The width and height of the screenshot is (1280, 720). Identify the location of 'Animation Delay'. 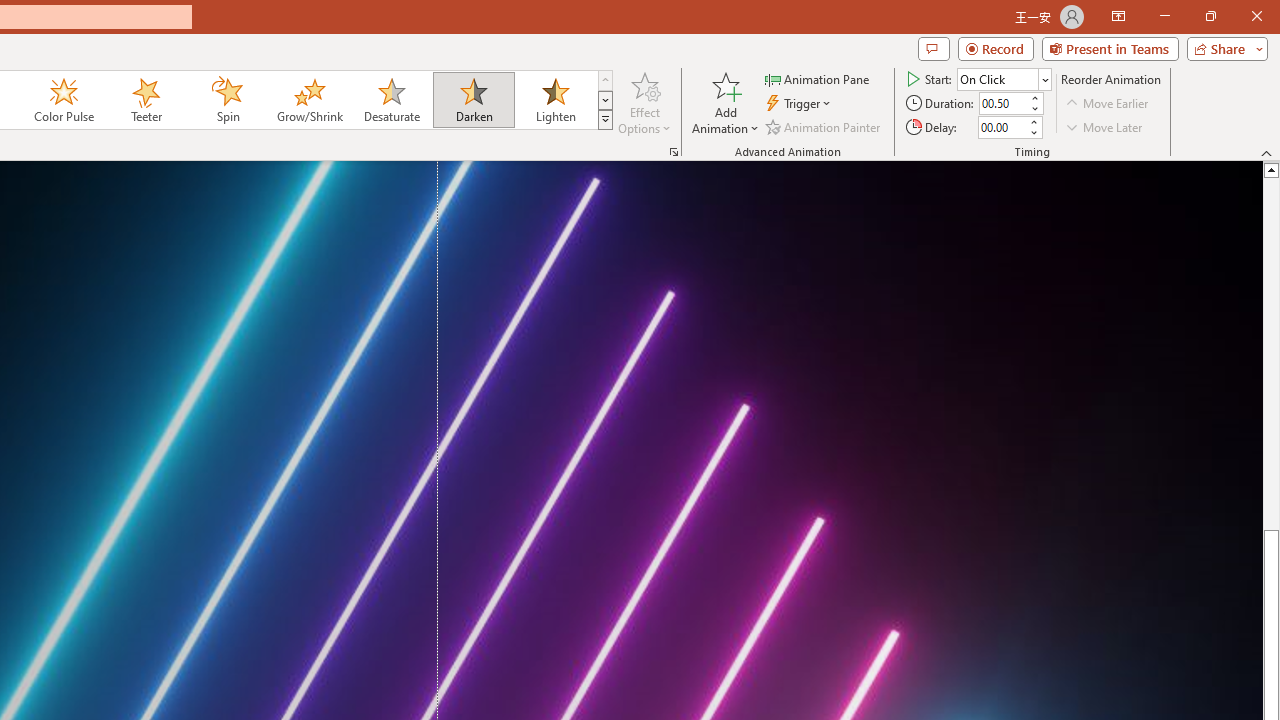
(1002, 127).